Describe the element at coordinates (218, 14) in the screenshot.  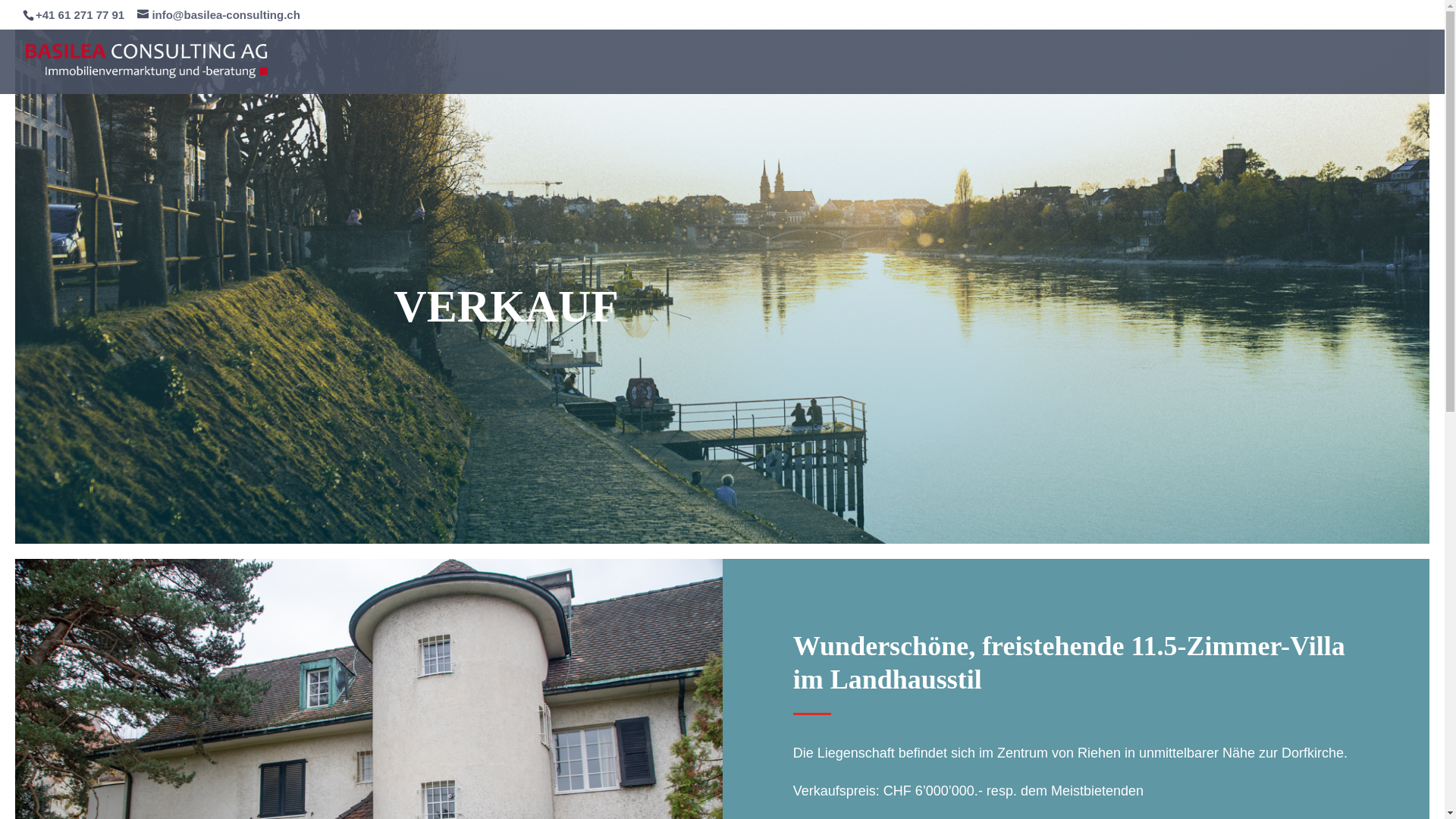
I see `'info@basilea-consulting.ch'` at that location.